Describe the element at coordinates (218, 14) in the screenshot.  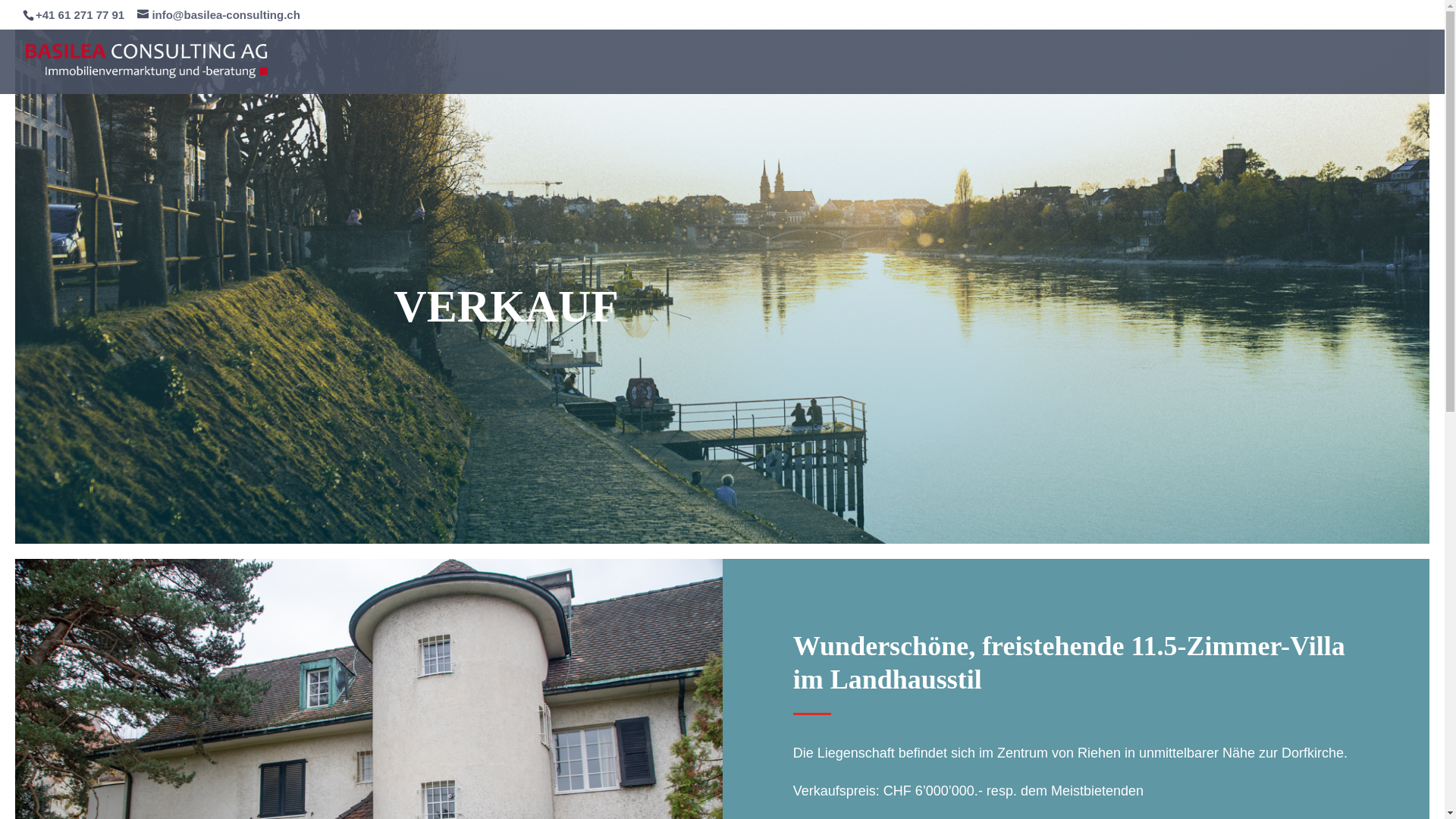
I see `'info@basilea-consulting.ch'` at that location.